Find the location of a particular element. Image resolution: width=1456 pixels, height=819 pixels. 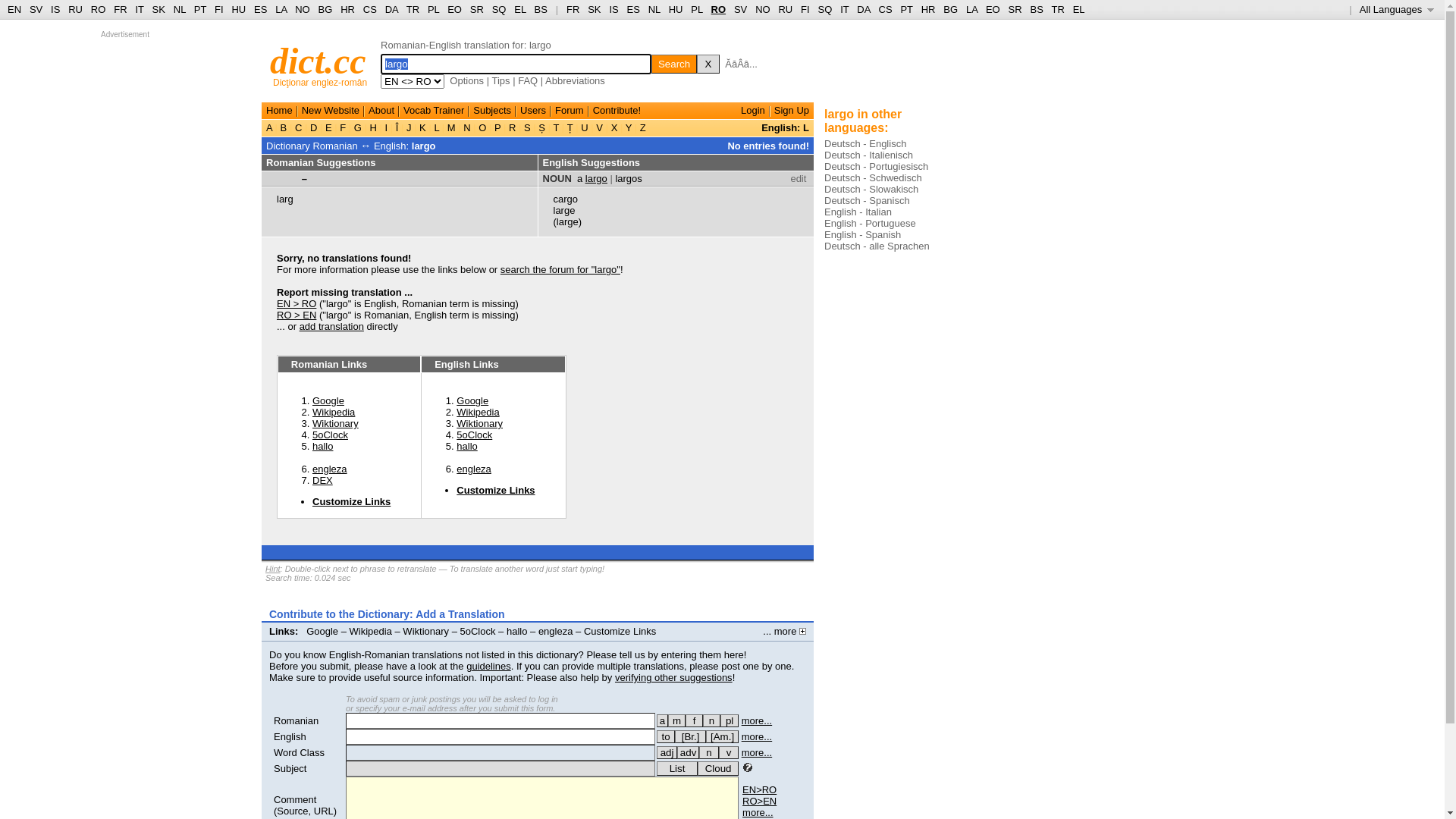

'more...' is located at coordinates (742, 736).